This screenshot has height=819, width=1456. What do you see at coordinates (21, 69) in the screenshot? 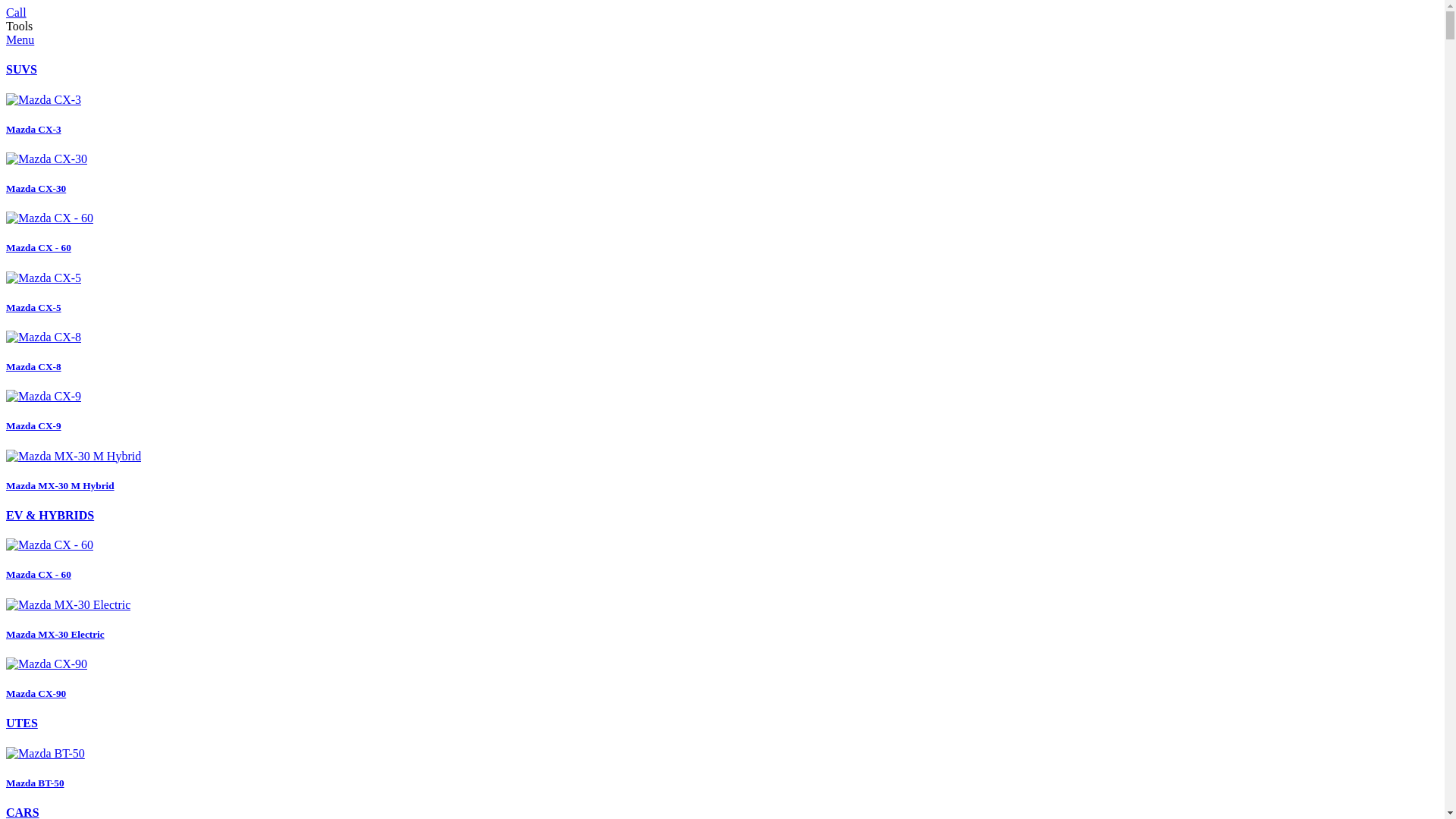
I see `'SUVS'` at bounding box center [21, 69].